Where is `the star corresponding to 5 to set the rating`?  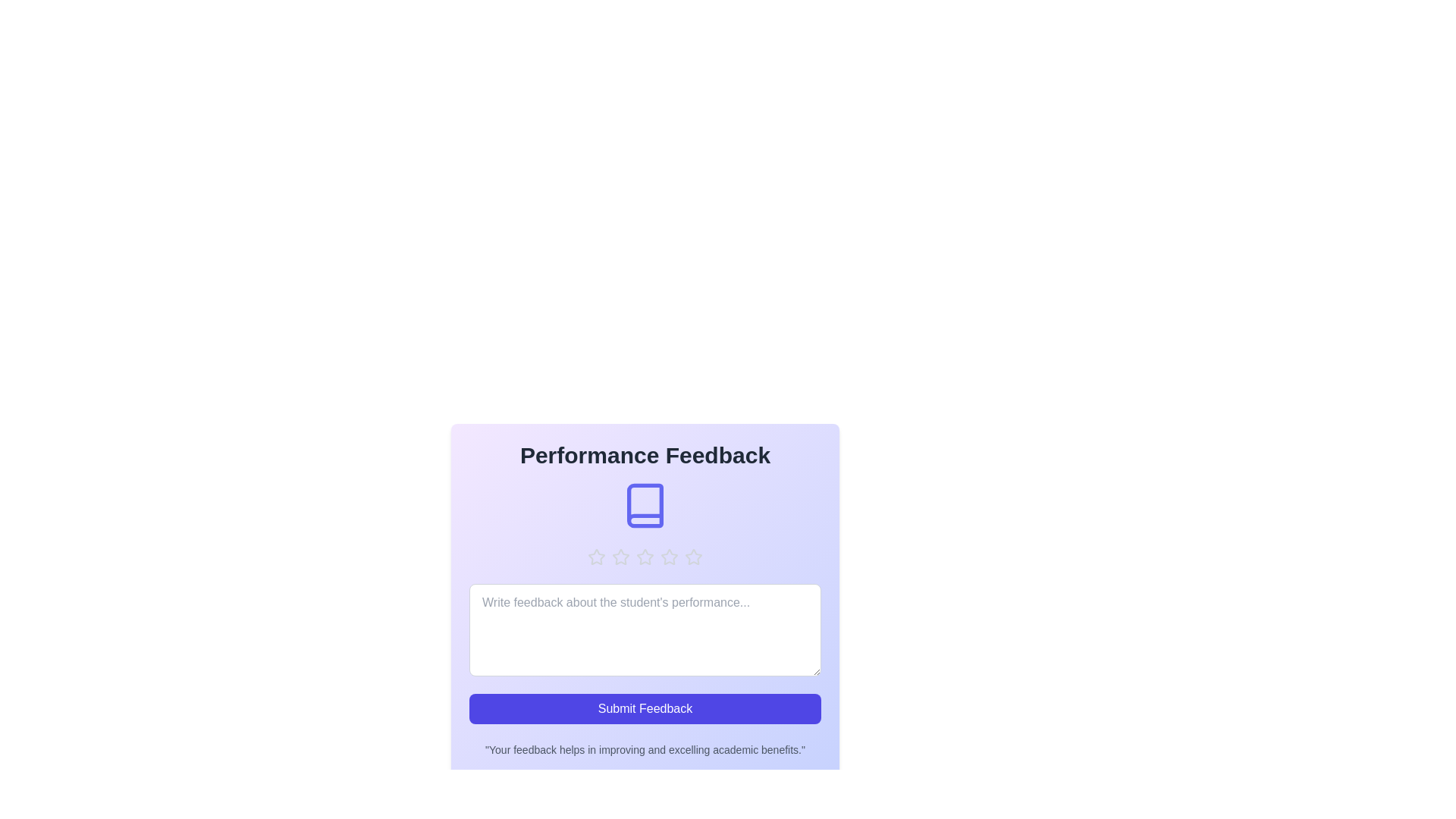 the star corresponding to 5 to set the rating is located at coordinates (693, 557).